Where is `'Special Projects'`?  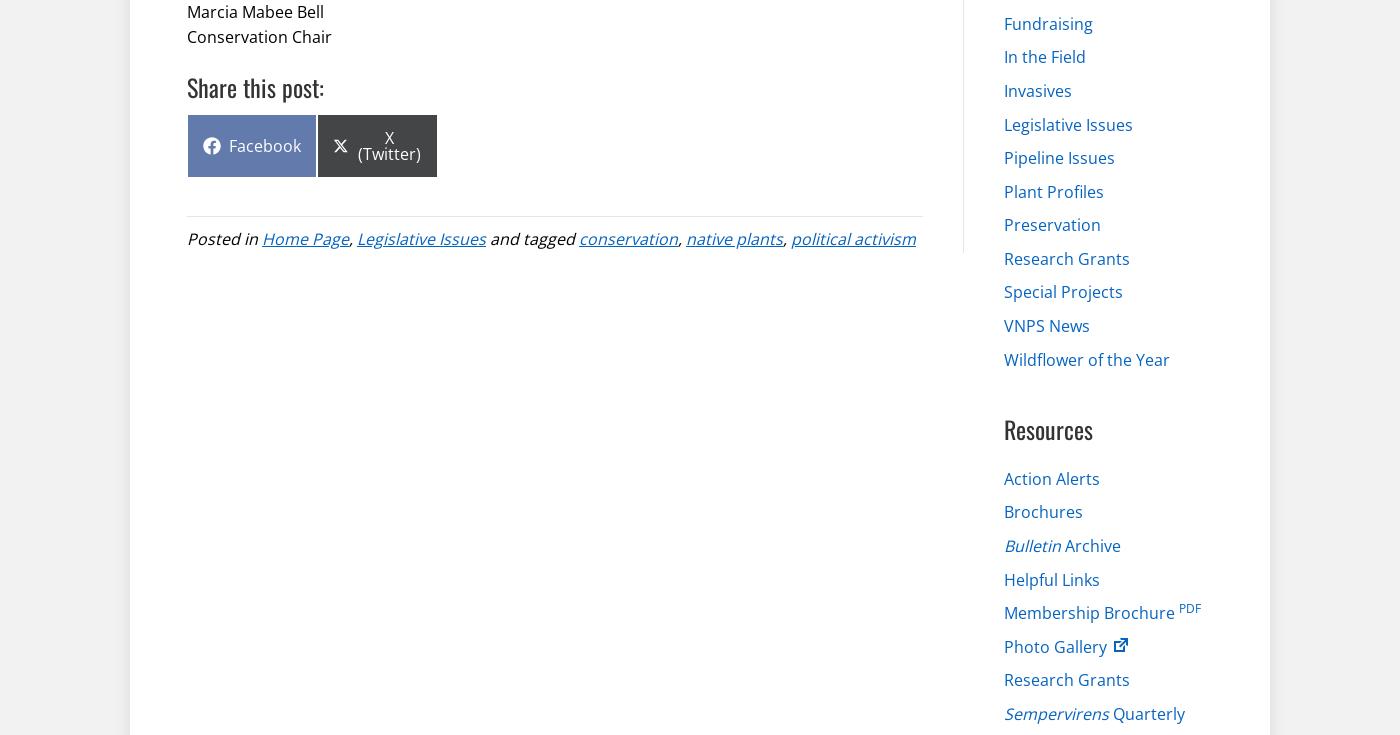 'Special Projects' is located at coordinates (1003, 292).